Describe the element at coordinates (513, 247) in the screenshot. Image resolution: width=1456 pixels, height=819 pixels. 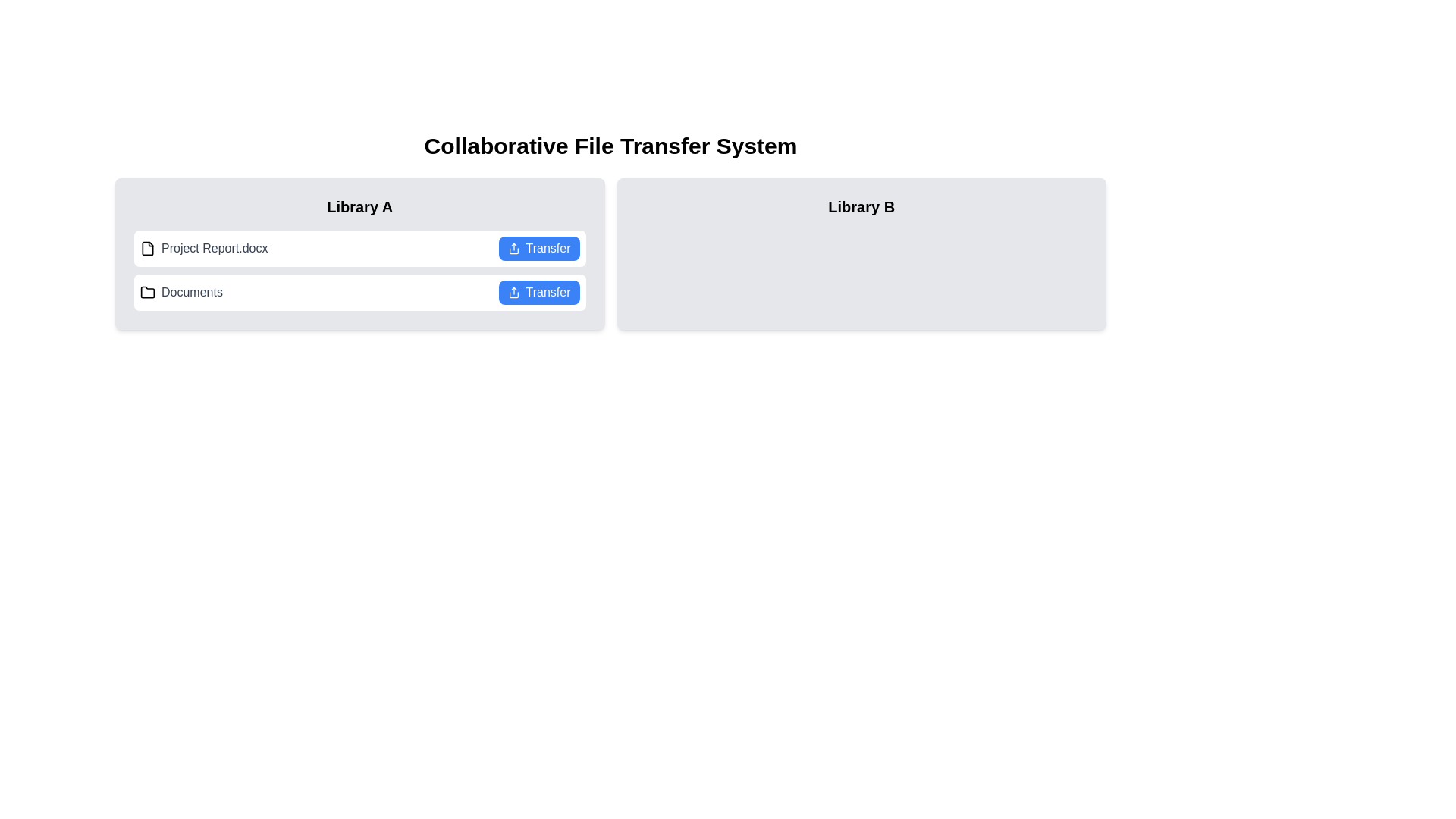
I see `the sharing/upload icon located within the blue 'Transfer' button, which is positioned to the right of 'Project Report.docx' in the file listing area under 'Library A'` at that location.